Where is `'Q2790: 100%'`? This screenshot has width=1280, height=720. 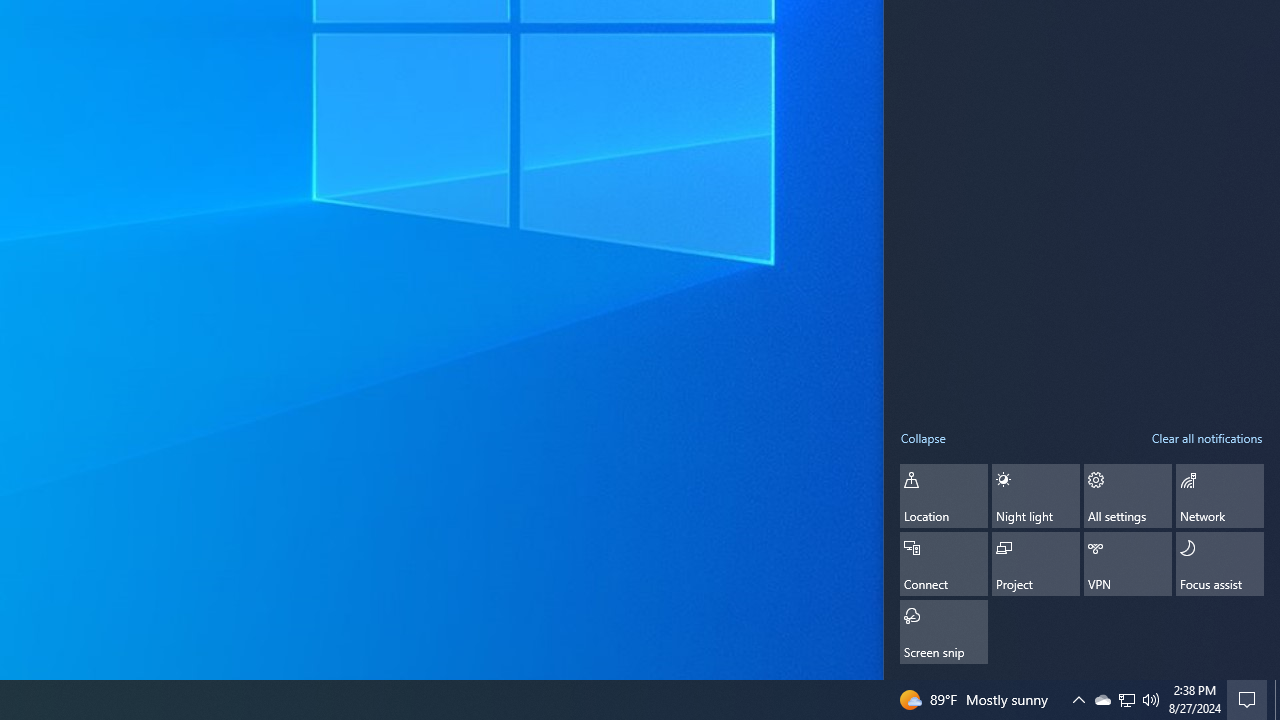 'Q2790: 100%' is located at coordinates (1127, 698).